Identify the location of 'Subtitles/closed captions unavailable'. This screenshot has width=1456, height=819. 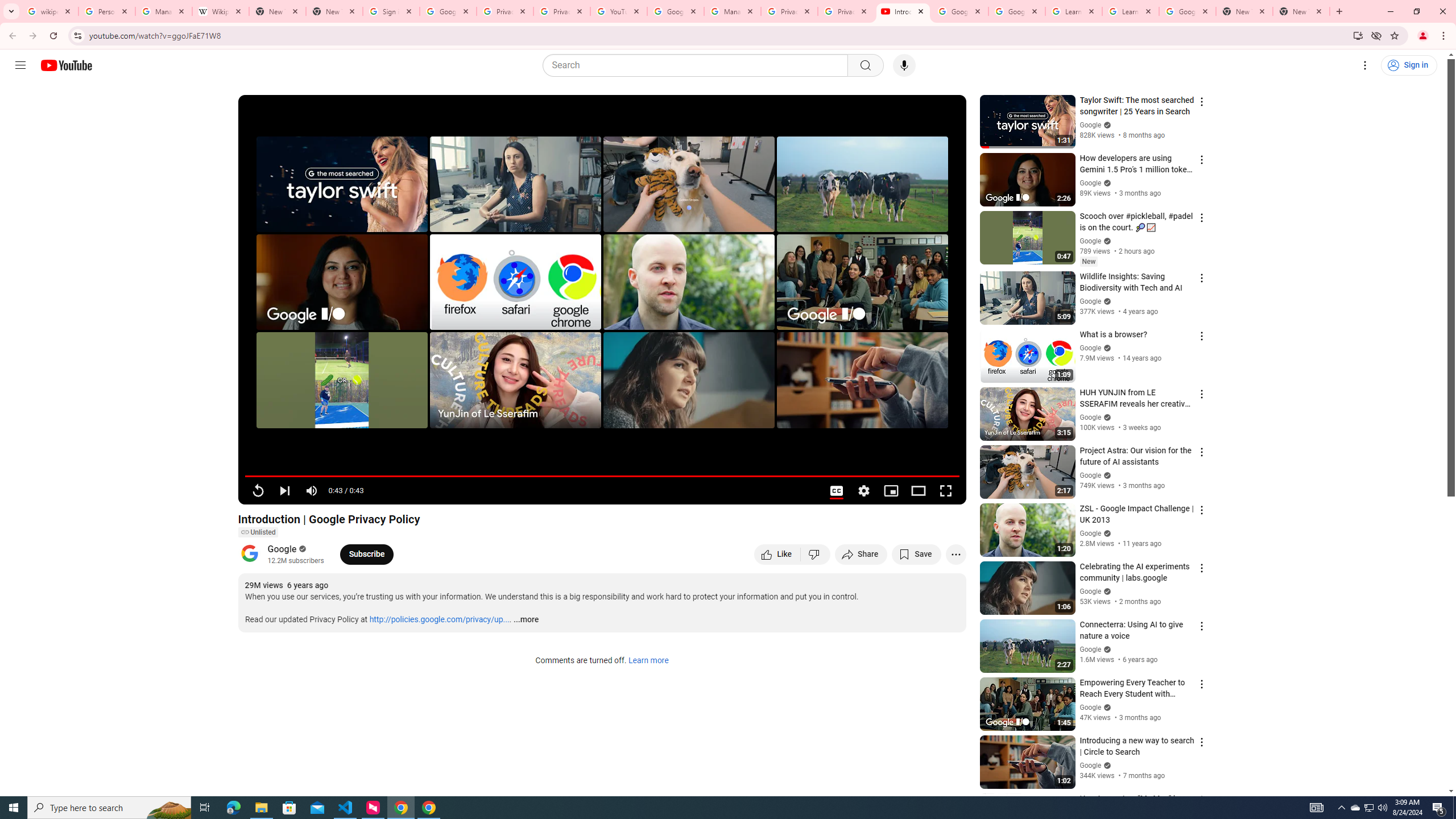
(835, 490).